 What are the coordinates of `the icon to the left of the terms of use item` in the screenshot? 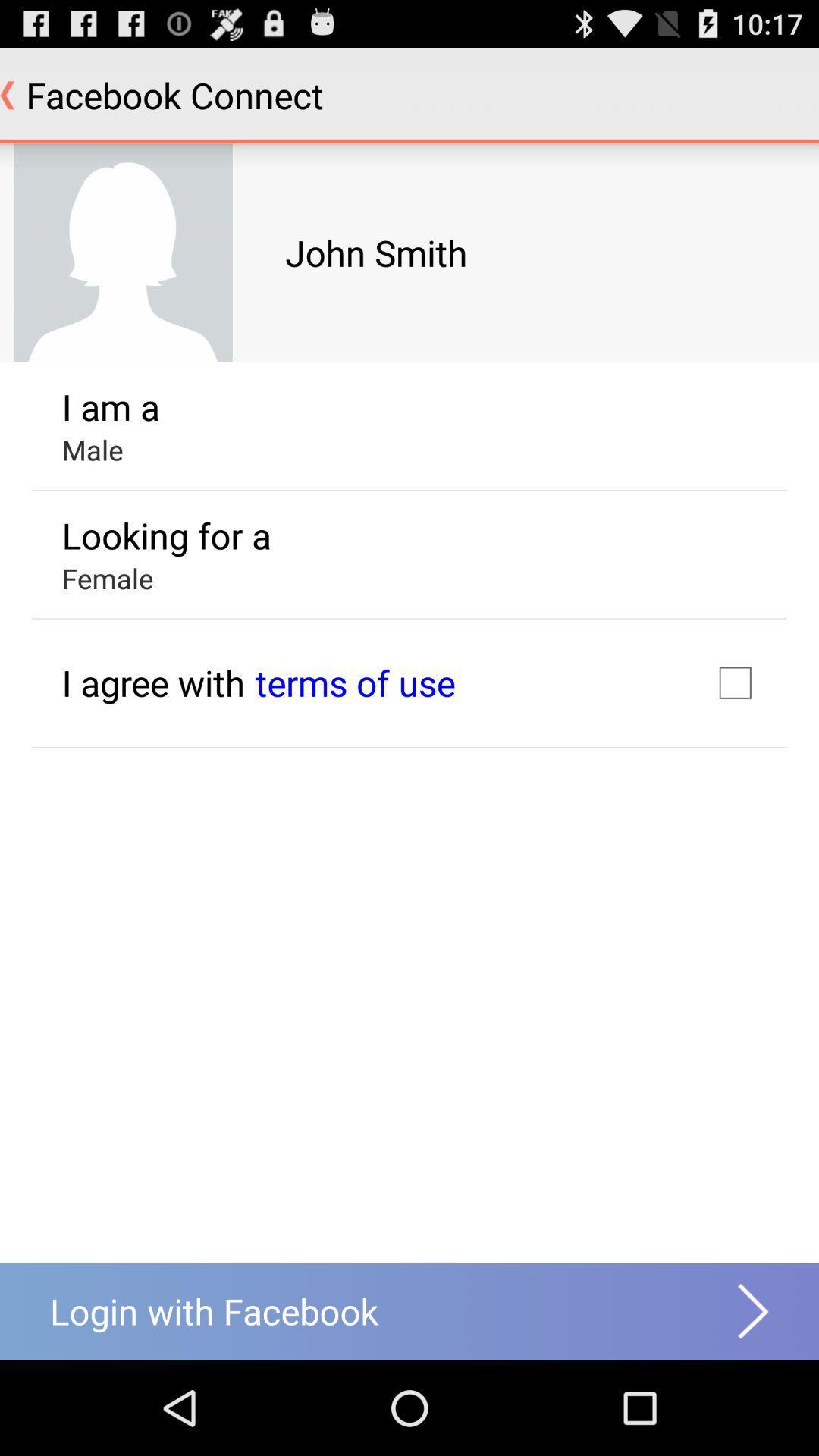 It's located at (153, 682).